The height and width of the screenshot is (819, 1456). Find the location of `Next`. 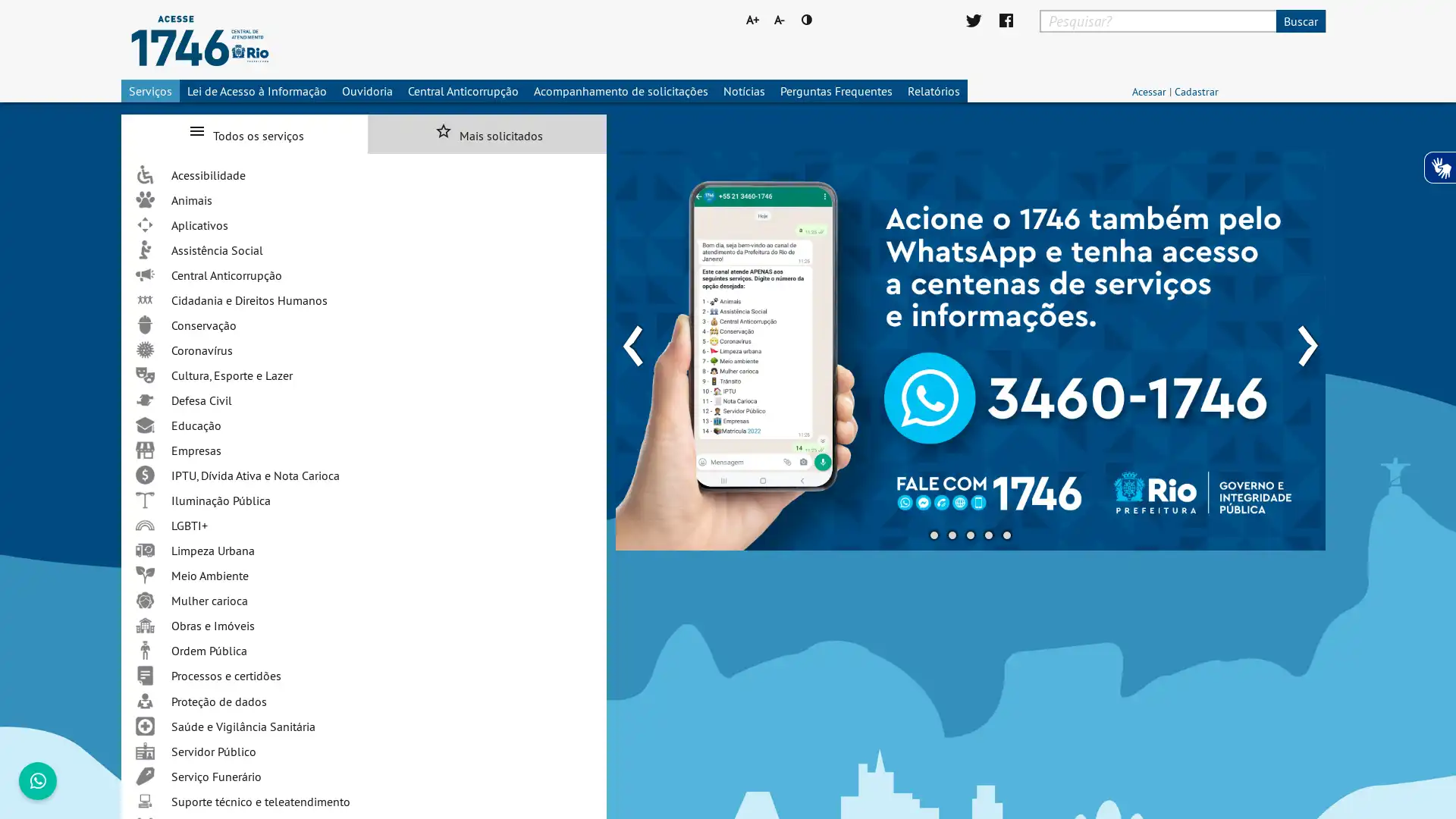

Next is located at coordinates (1306, 335).